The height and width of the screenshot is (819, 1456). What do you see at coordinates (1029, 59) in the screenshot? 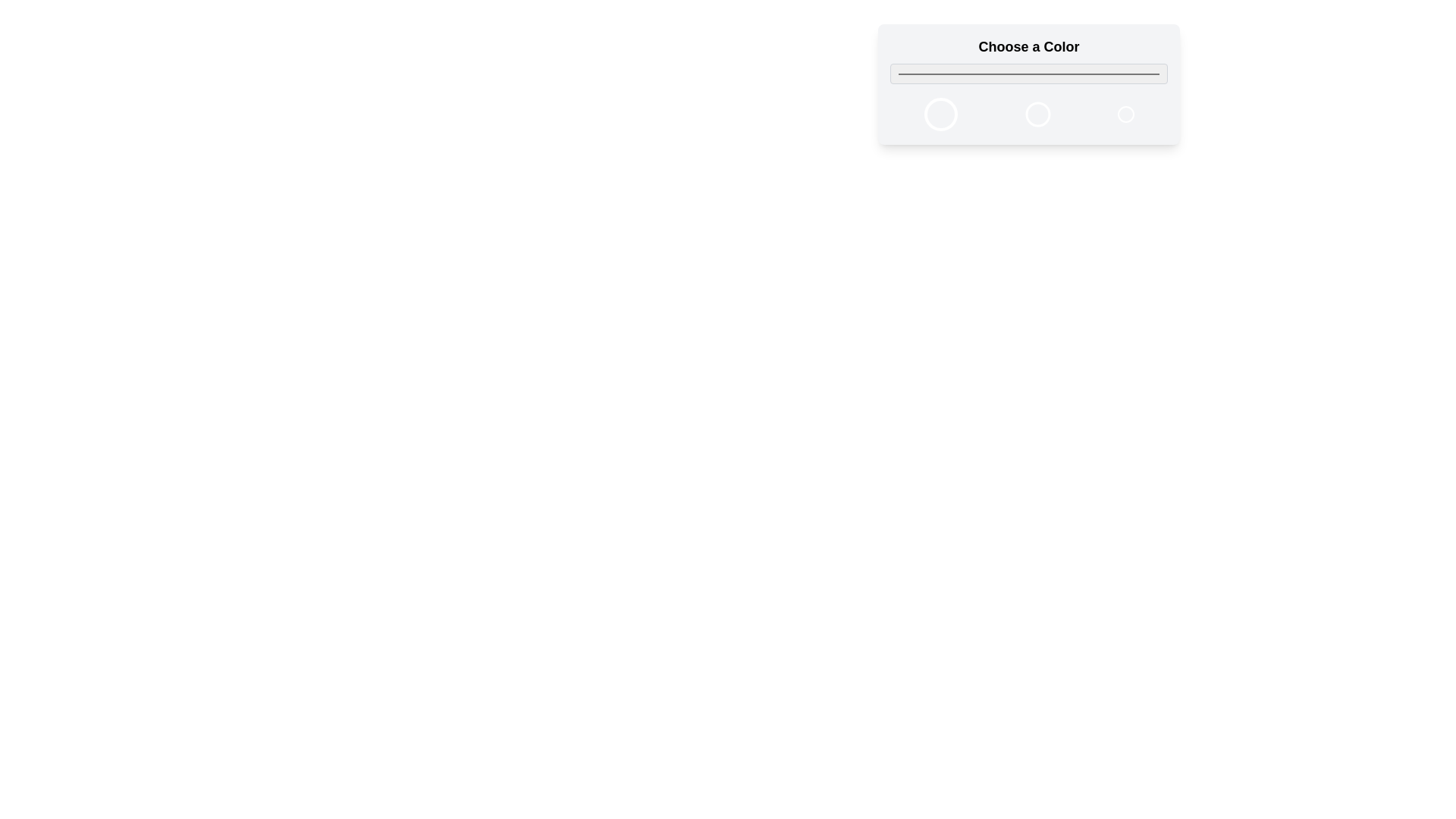
I see `the static text label that reads 'Choose a Color', which is prominently styled in bold and centered above the input box` at bounding box center [1029, 59].